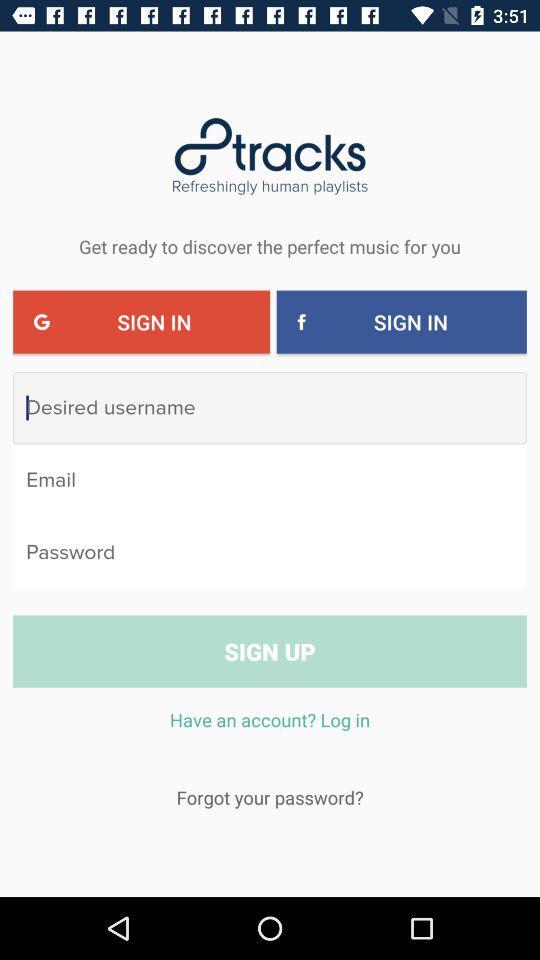 This screenshot has width=540, height=960. I want to click on desired username, so click(270, 407).